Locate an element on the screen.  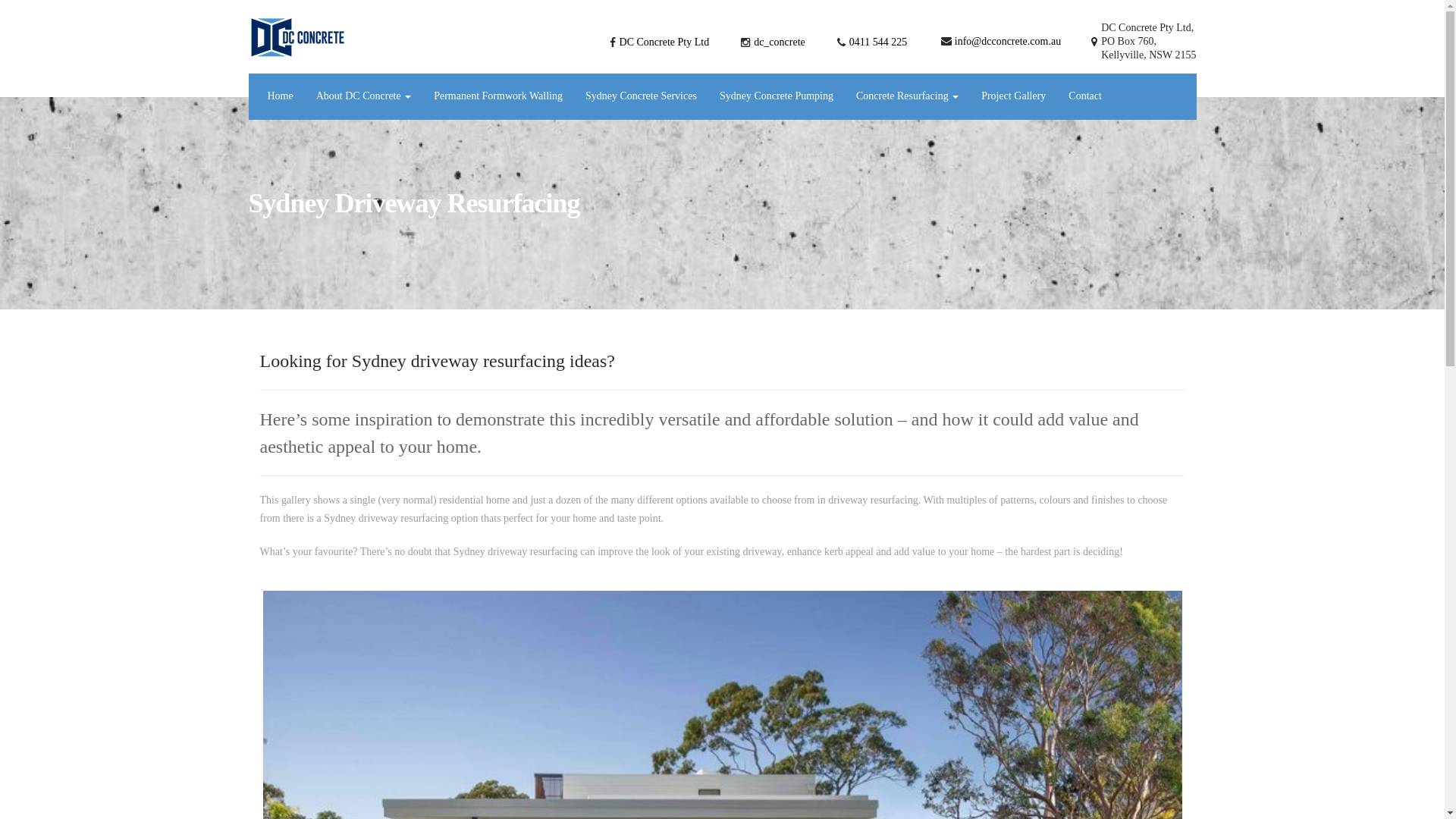
'Concrete Resurfacing' is located at coordinates (907, 96).